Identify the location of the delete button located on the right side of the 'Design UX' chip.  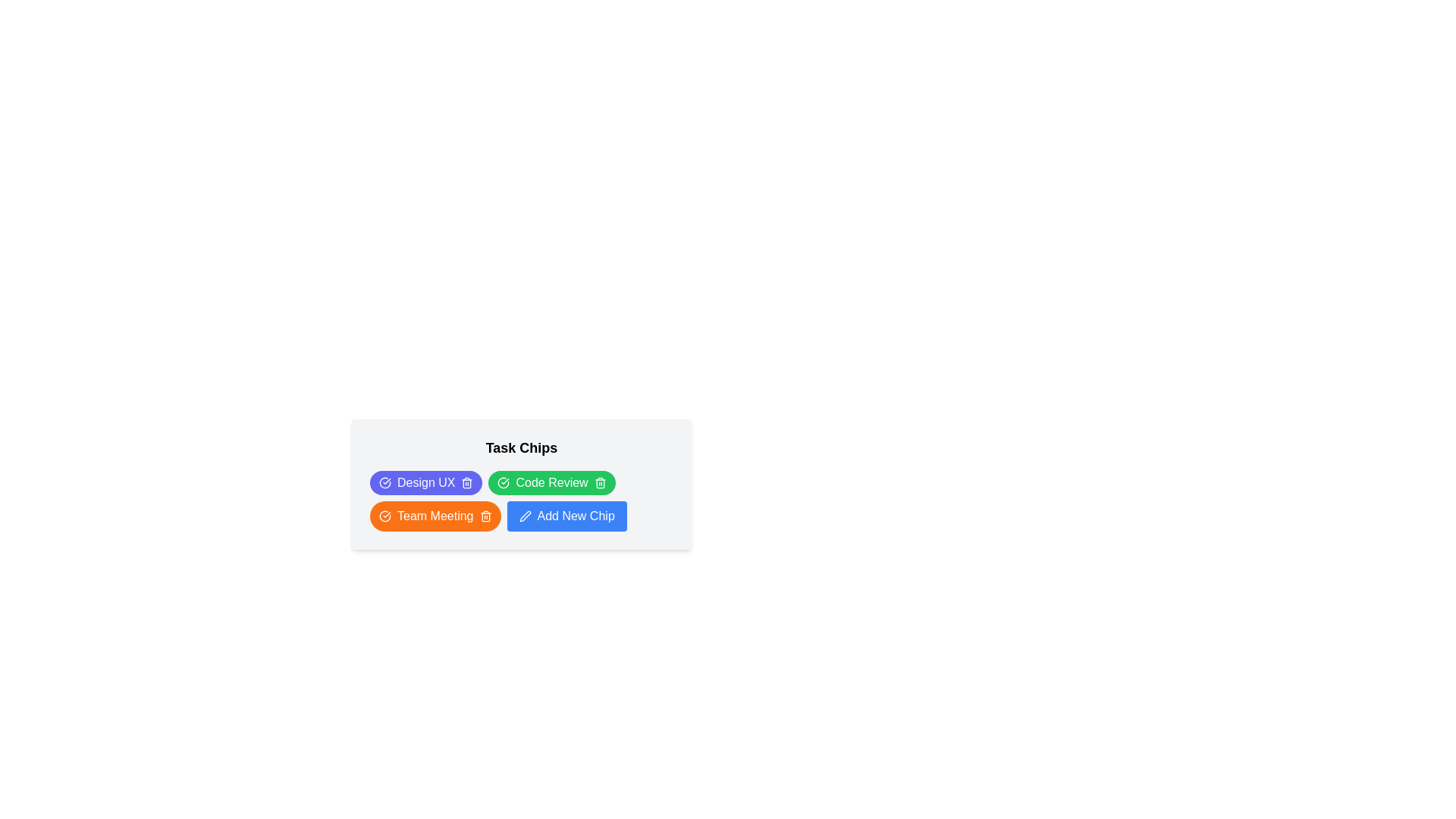
(466, 482).